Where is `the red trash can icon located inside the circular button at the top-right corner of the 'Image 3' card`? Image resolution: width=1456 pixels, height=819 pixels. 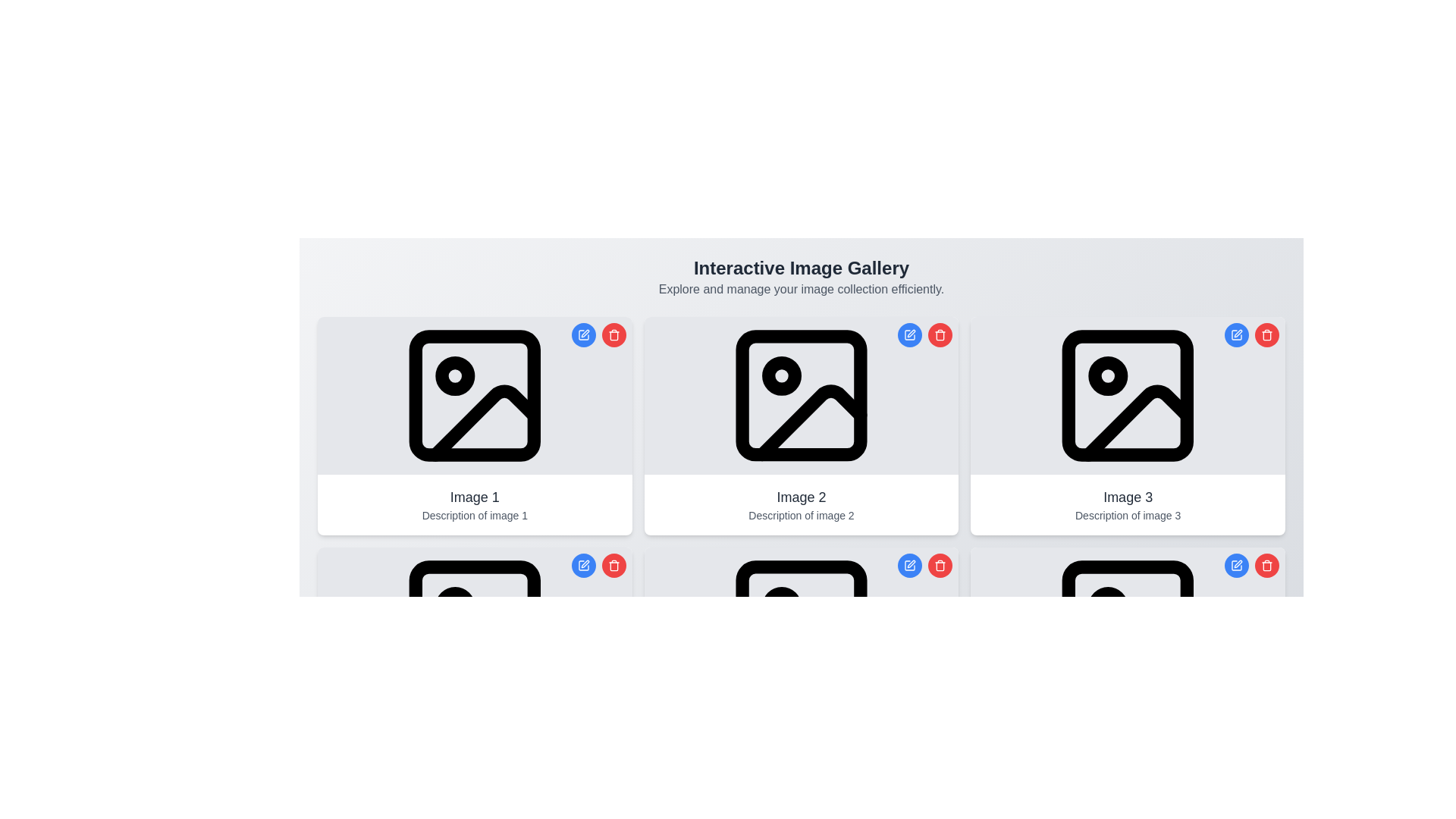 the red trash can icon located inside the circular button at the top-right corner of the 'Image 3' card is located at coordinates (1266, 334).